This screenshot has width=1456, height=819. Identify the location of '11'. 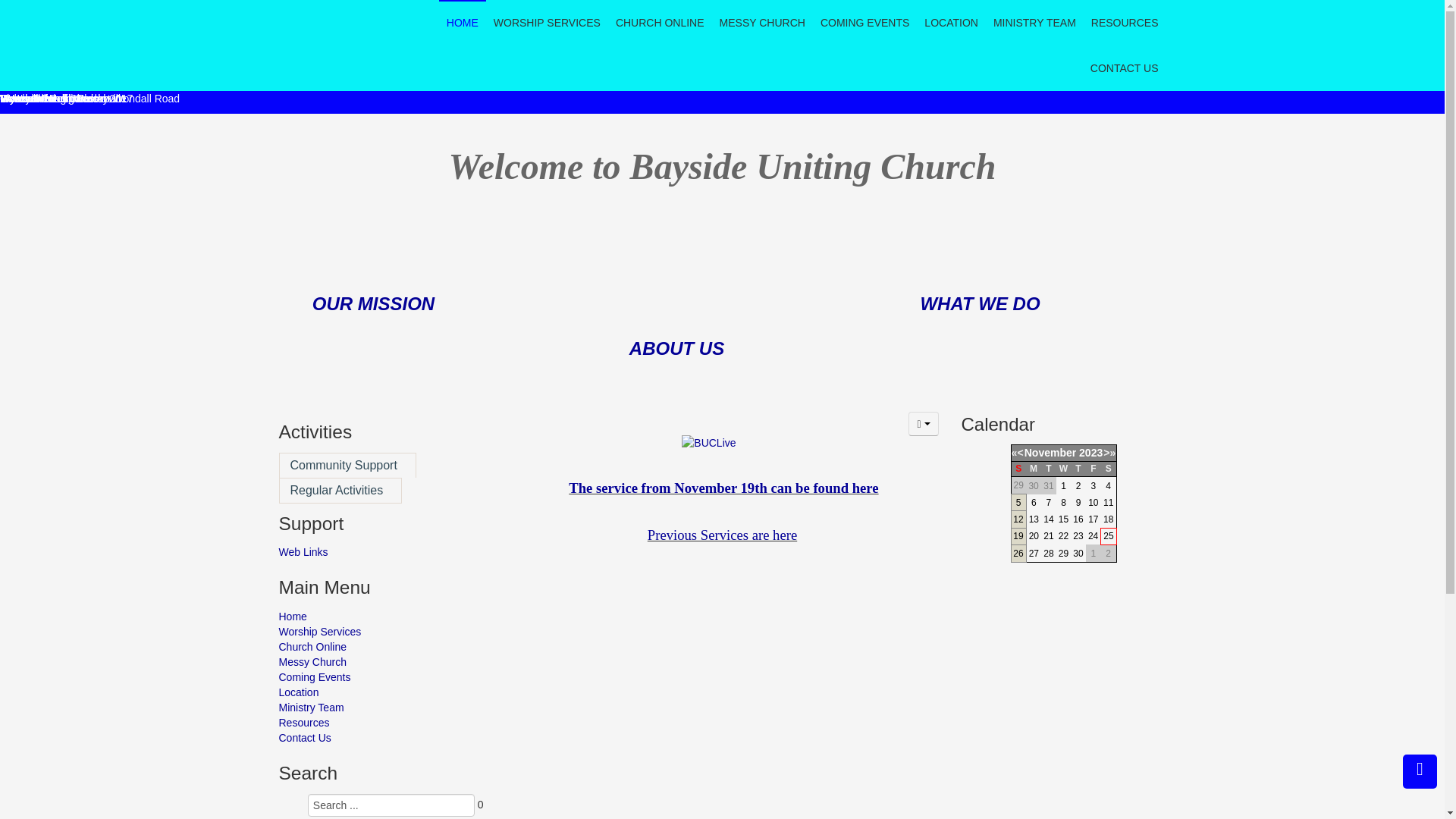
(1108, 503).